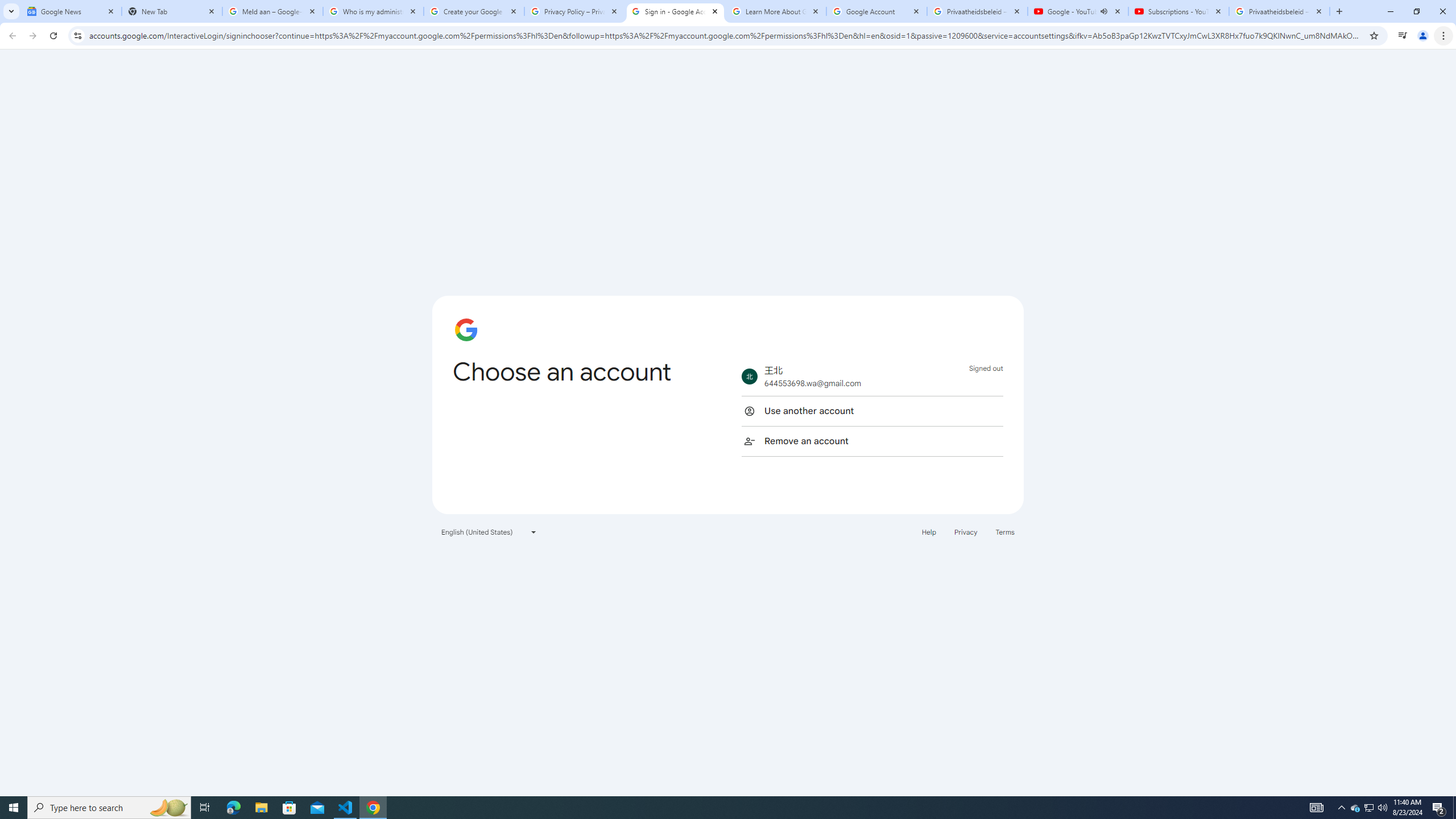  I want to click on 'Use another account', so click(871, 410).